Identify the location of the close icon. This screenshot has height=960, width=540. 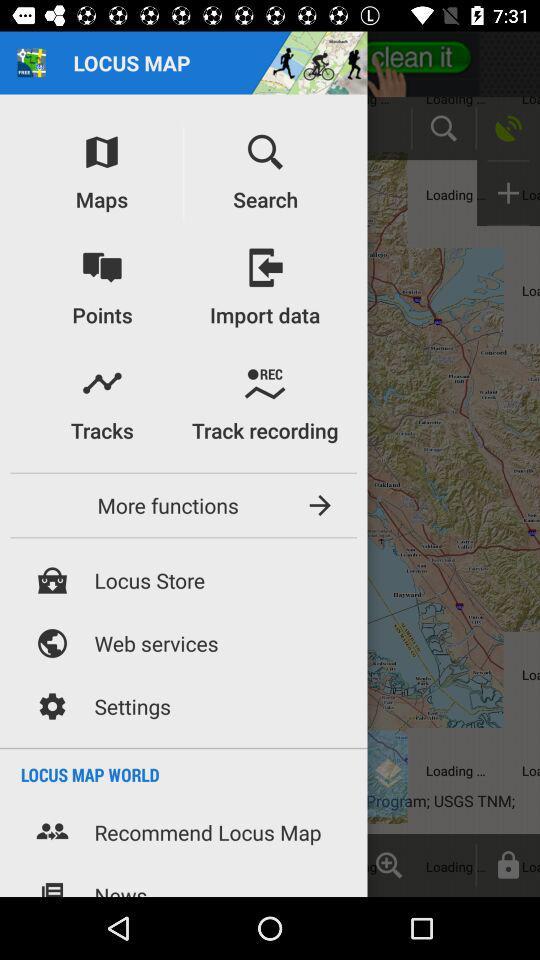
(214, 864).